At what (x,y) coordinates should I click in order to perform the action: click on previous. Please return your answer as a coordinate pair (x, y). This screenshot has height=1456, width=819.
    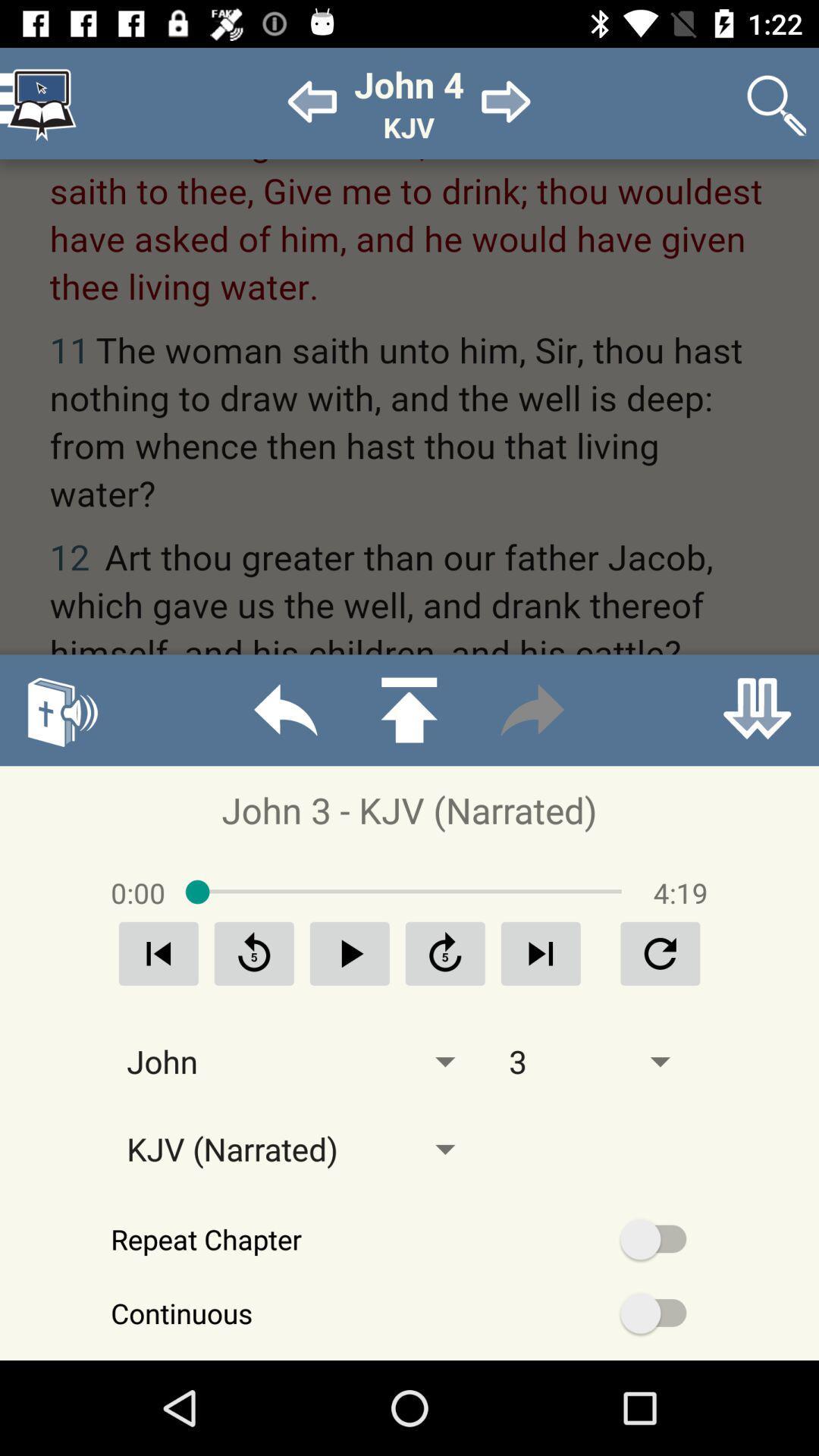
    Looking at the image, I should click on (285, 709).